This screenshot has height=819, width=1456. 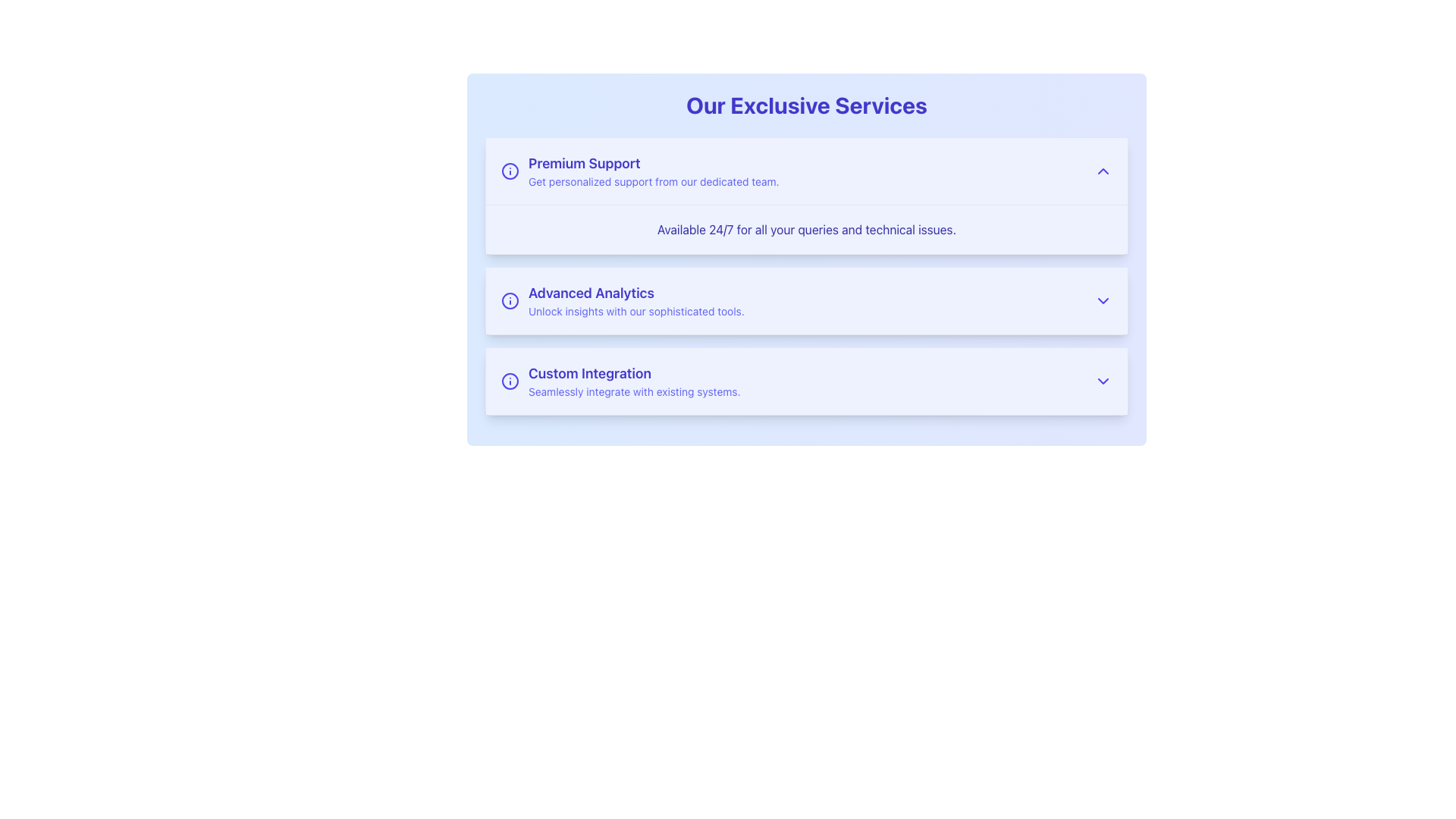 What do you see at coordinates (806, 230) in the screenshot?
I see `the descriptive text label for the 'Premium Support' feature located in the 'Our Exclusive Services' section, which is centered below the header text` at bounding box center [806, 230].